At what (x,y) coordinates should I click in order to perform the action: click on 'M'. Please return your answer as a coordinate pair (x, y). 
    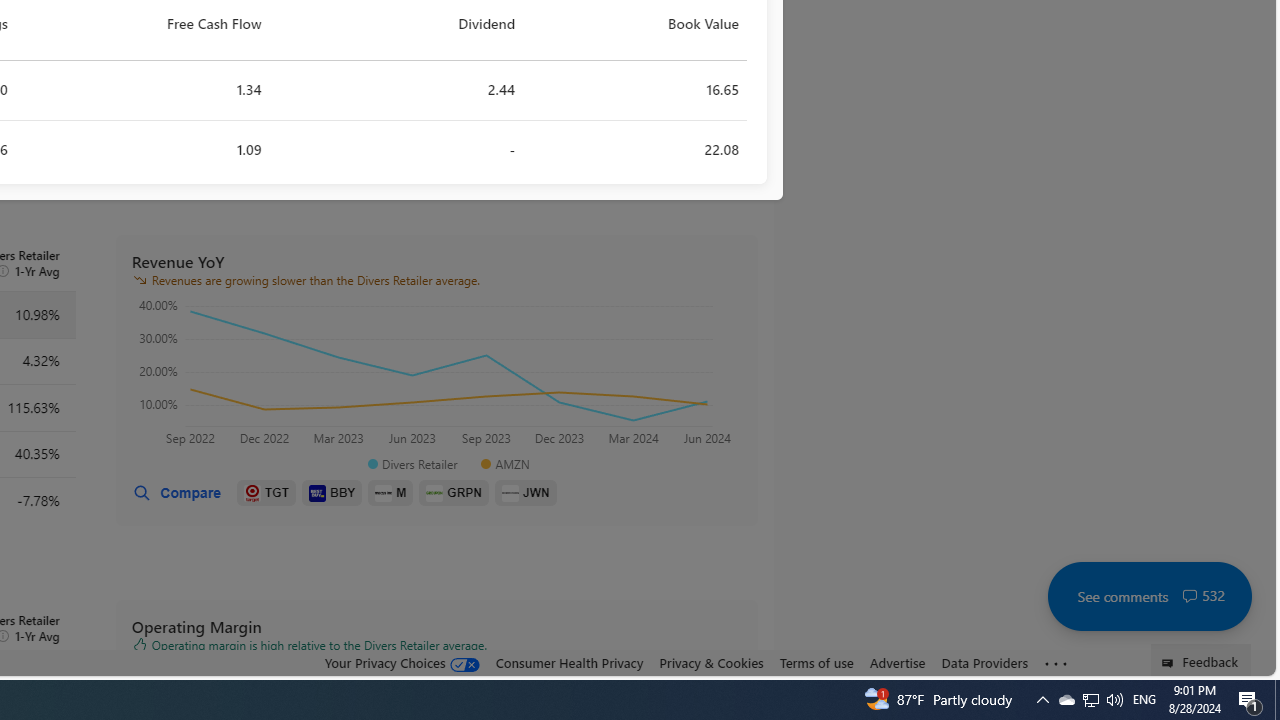
    Looking at the image, I should click on (391, 493).